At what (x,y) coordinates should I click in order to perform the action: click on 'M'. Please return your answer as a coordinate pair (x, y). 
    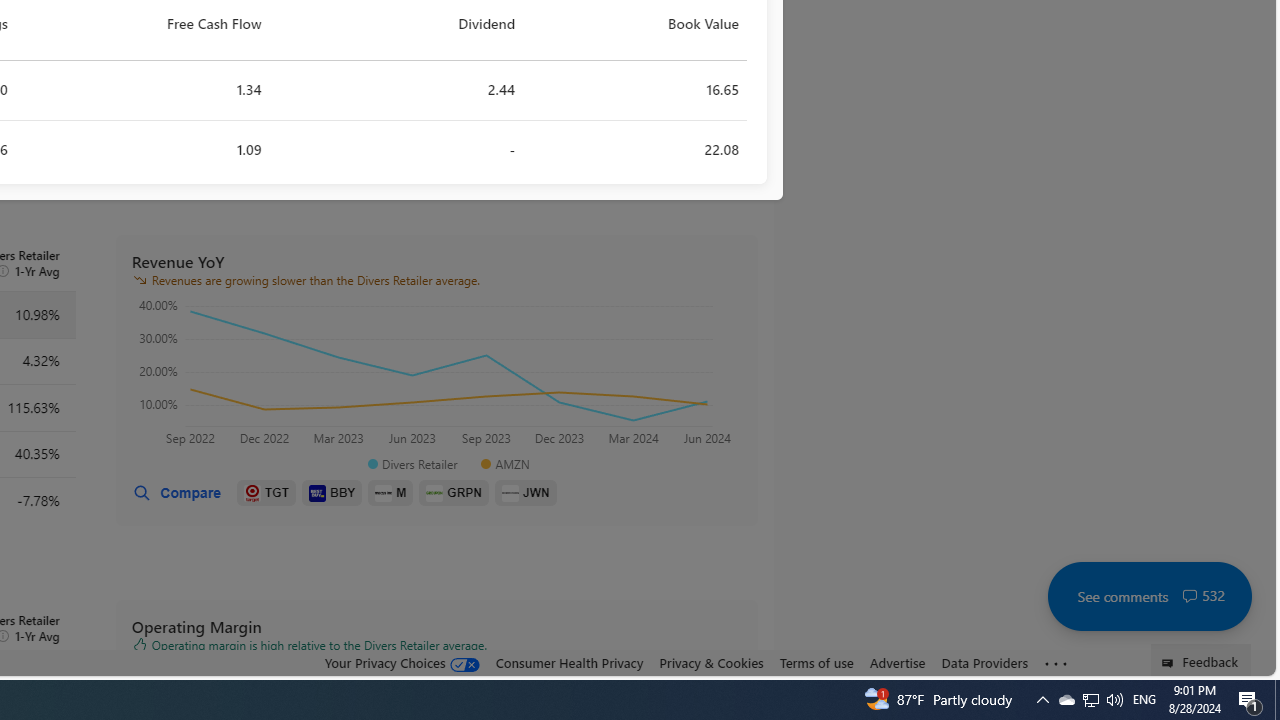
    Looking at the image, I should click on (391, 493).